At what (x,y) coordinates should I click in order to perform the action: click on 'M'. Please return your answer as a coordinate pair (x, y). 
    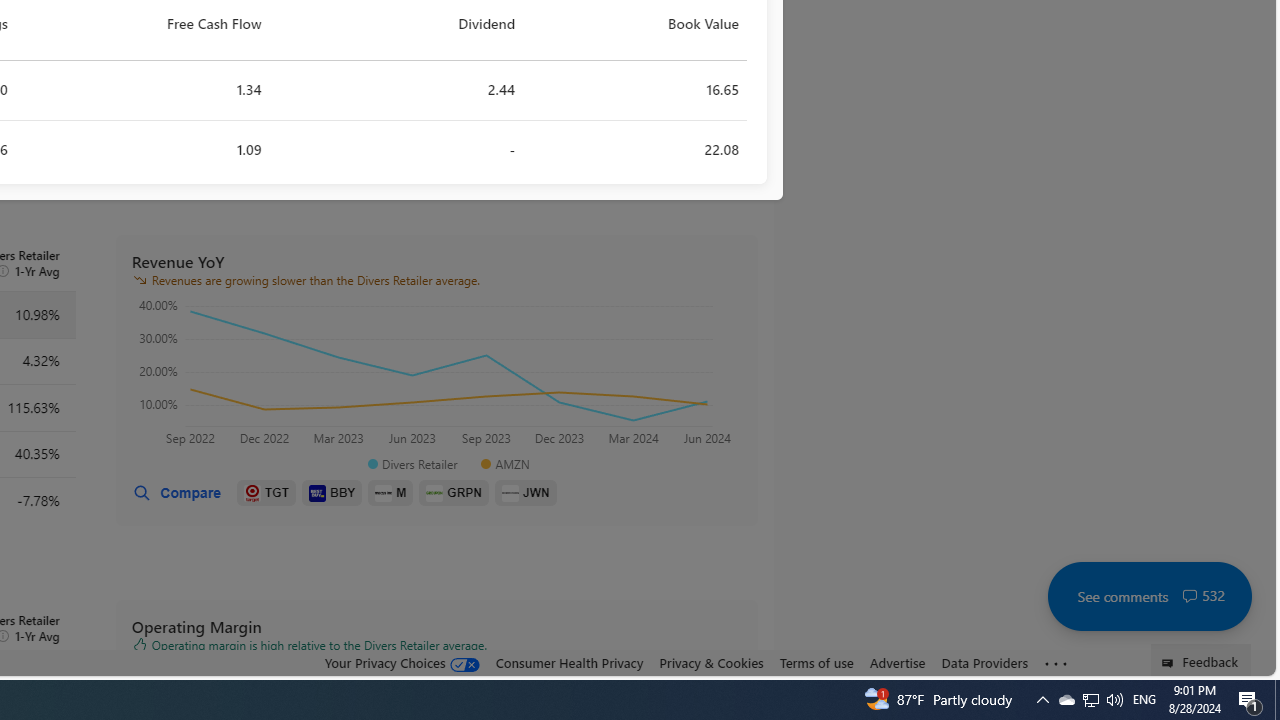
    Looking at the image, I should click on (391, 493).